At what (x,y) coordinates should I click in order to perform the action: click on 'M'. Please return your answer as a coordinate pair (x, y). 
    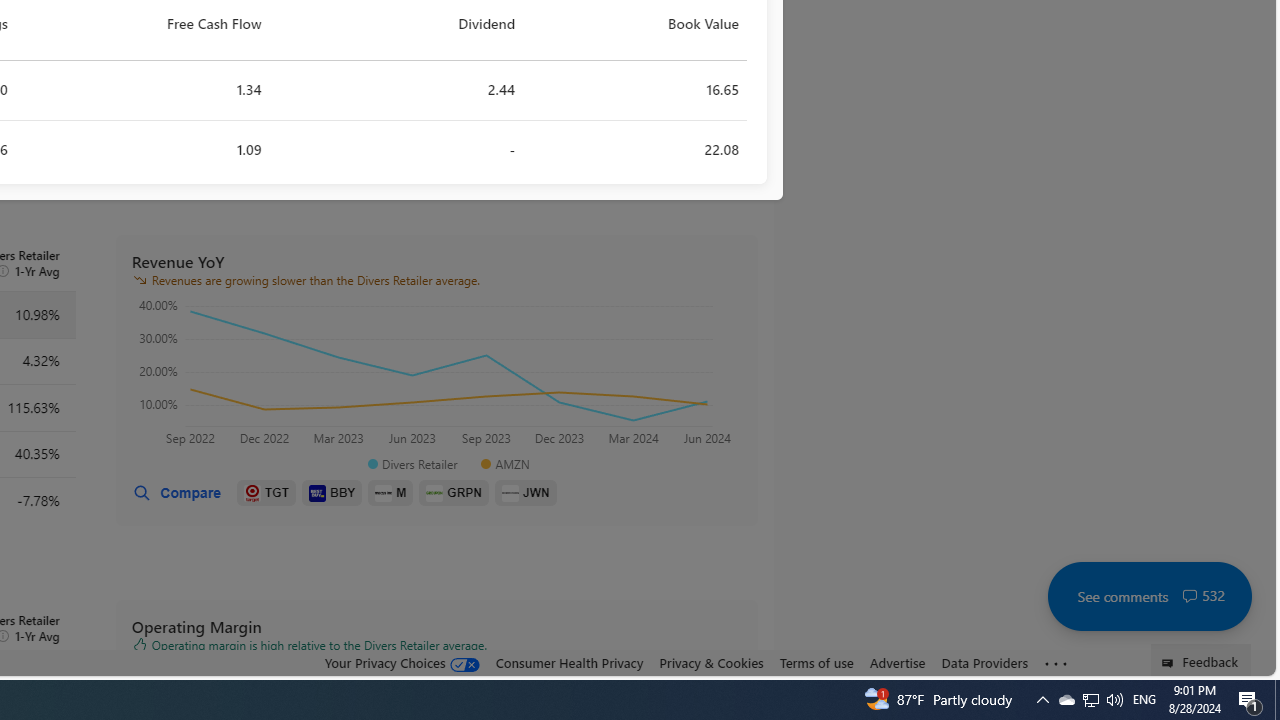
    Looking at the image, I should click on (391, 493).